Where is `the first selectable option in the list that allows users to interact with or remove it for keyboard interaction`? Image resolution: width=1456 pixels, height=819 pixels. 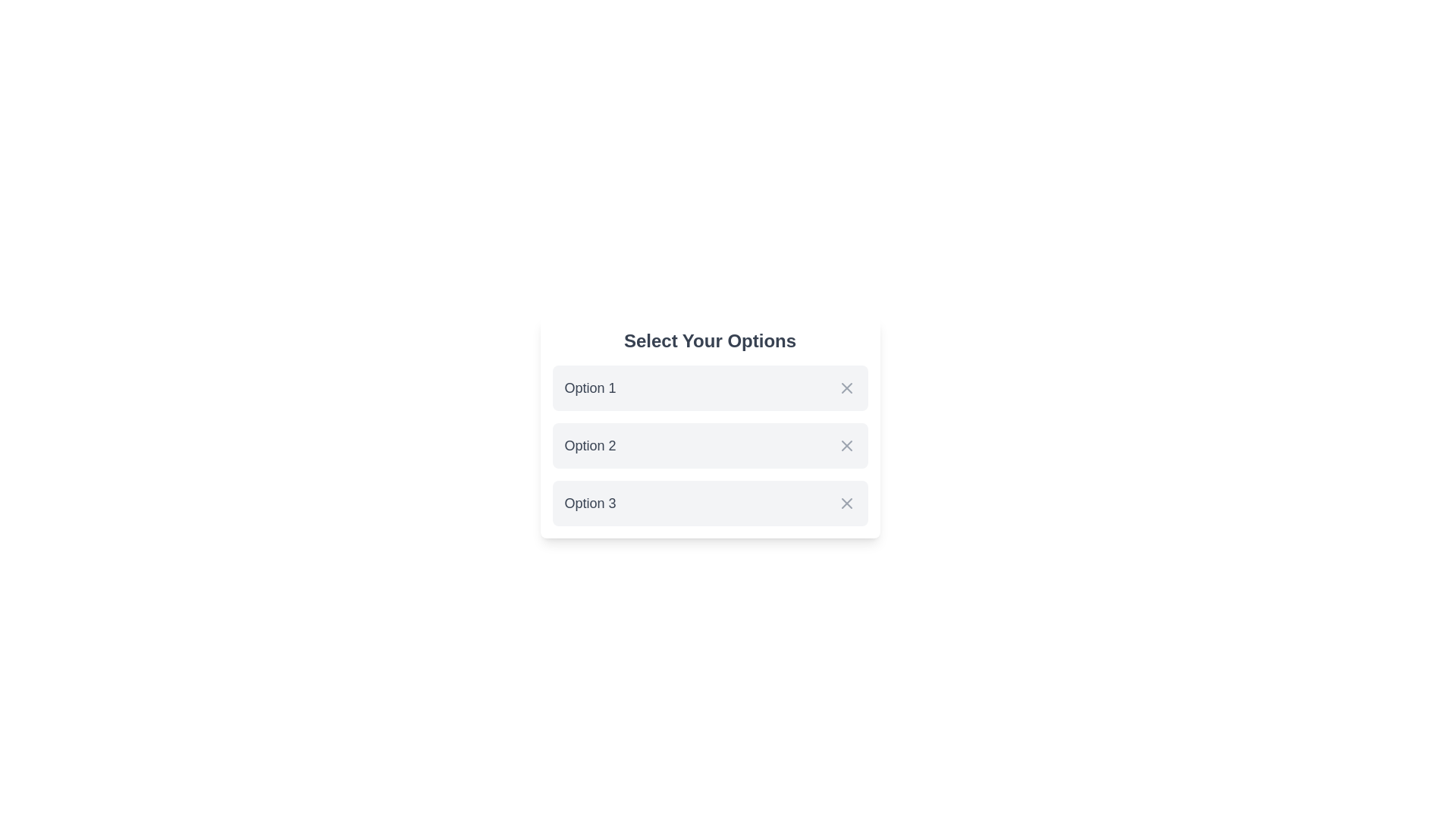
the first selectable option in the list that allows users to interact with or remove it for keyboard interaction is located at coordinates (709, 388).